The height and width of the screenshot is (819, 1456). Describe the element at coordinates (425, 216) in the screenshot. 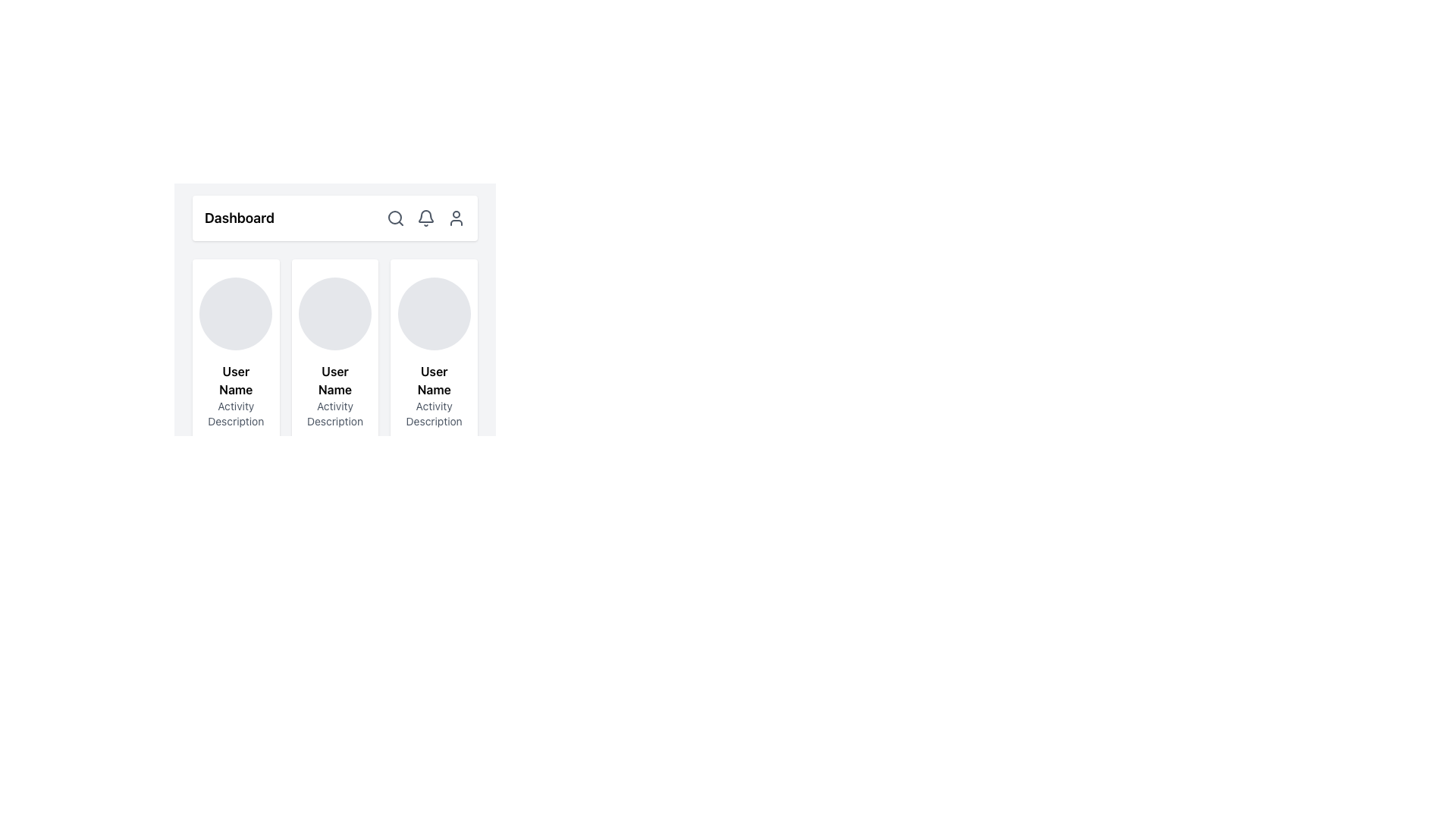

I see `the gray bell icon located in the top-right corner of the interface` at that location.